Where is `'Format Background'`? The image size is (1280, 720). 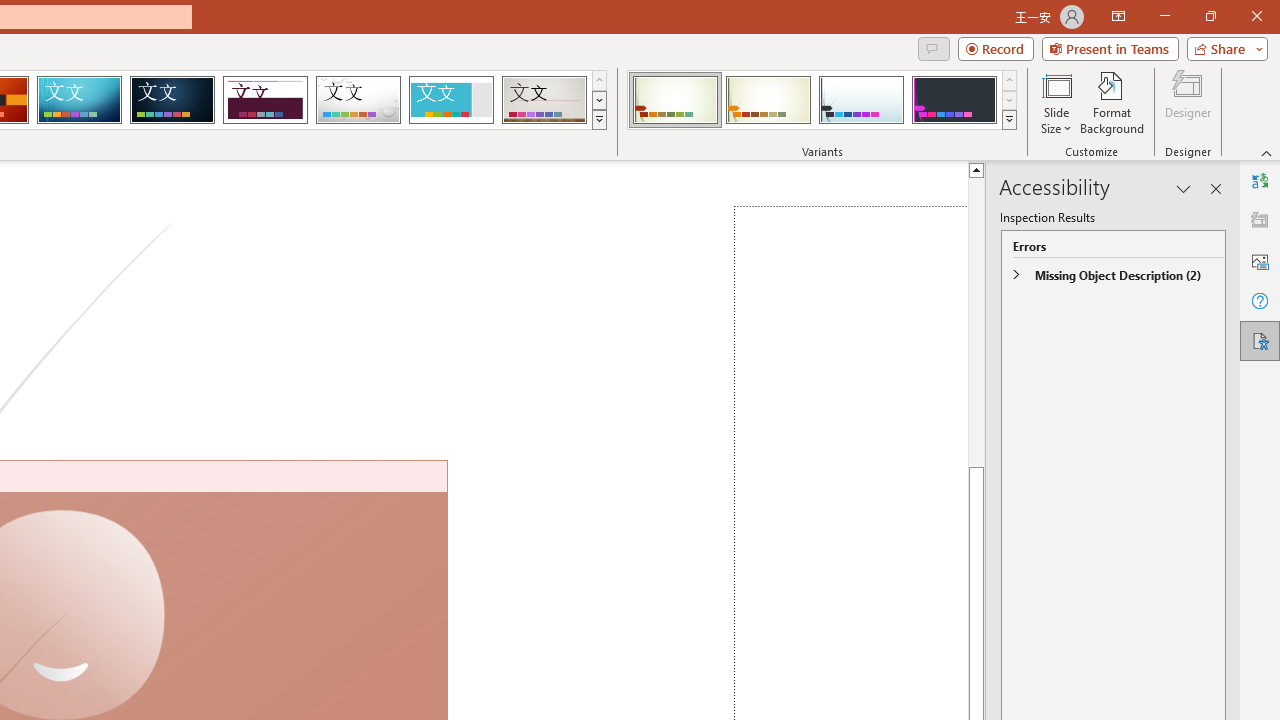
'Format Background' is located at coordinates (1111, 103).